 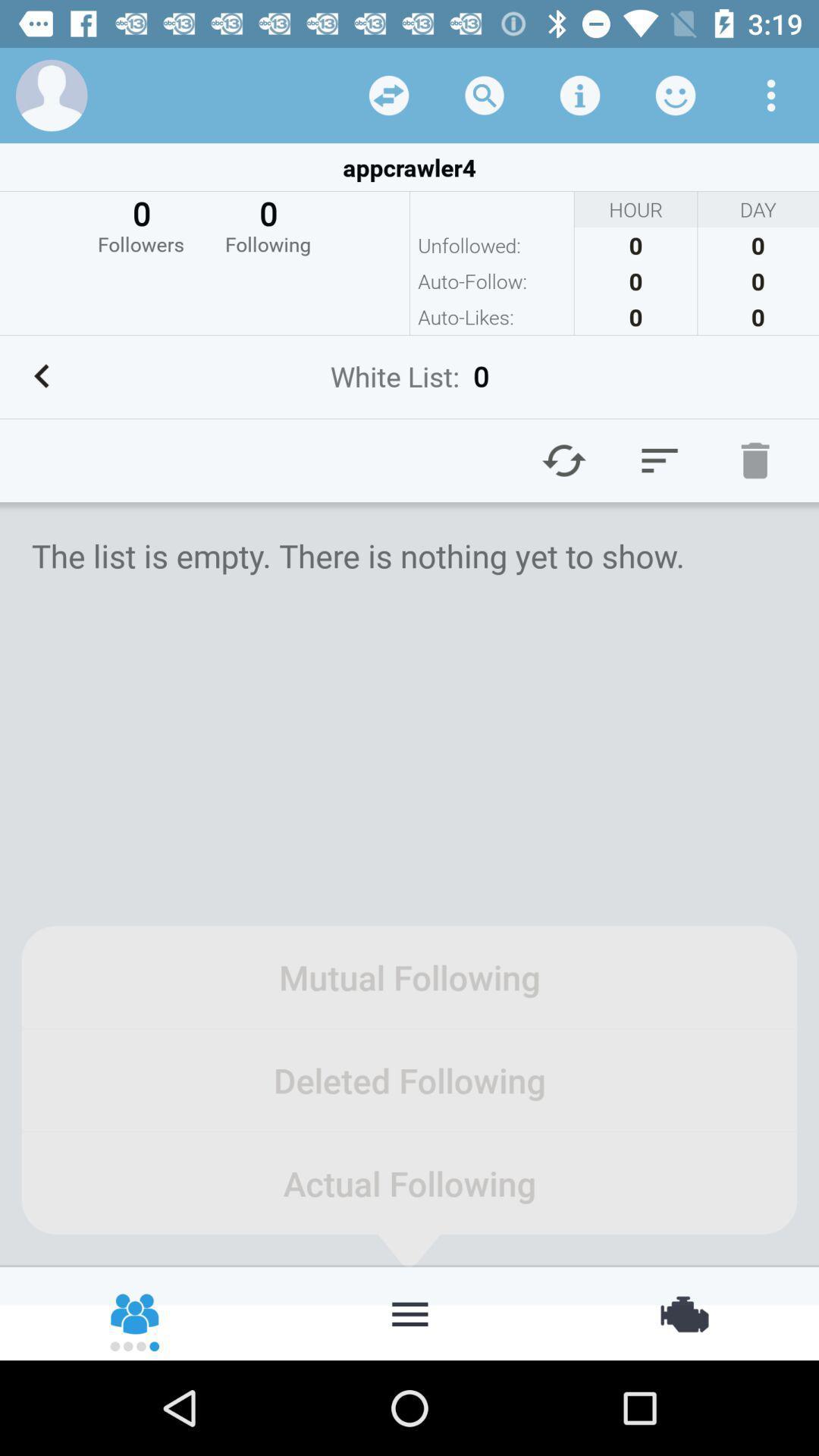 I want to click on the refresh icon, so click(x=564, y=460).